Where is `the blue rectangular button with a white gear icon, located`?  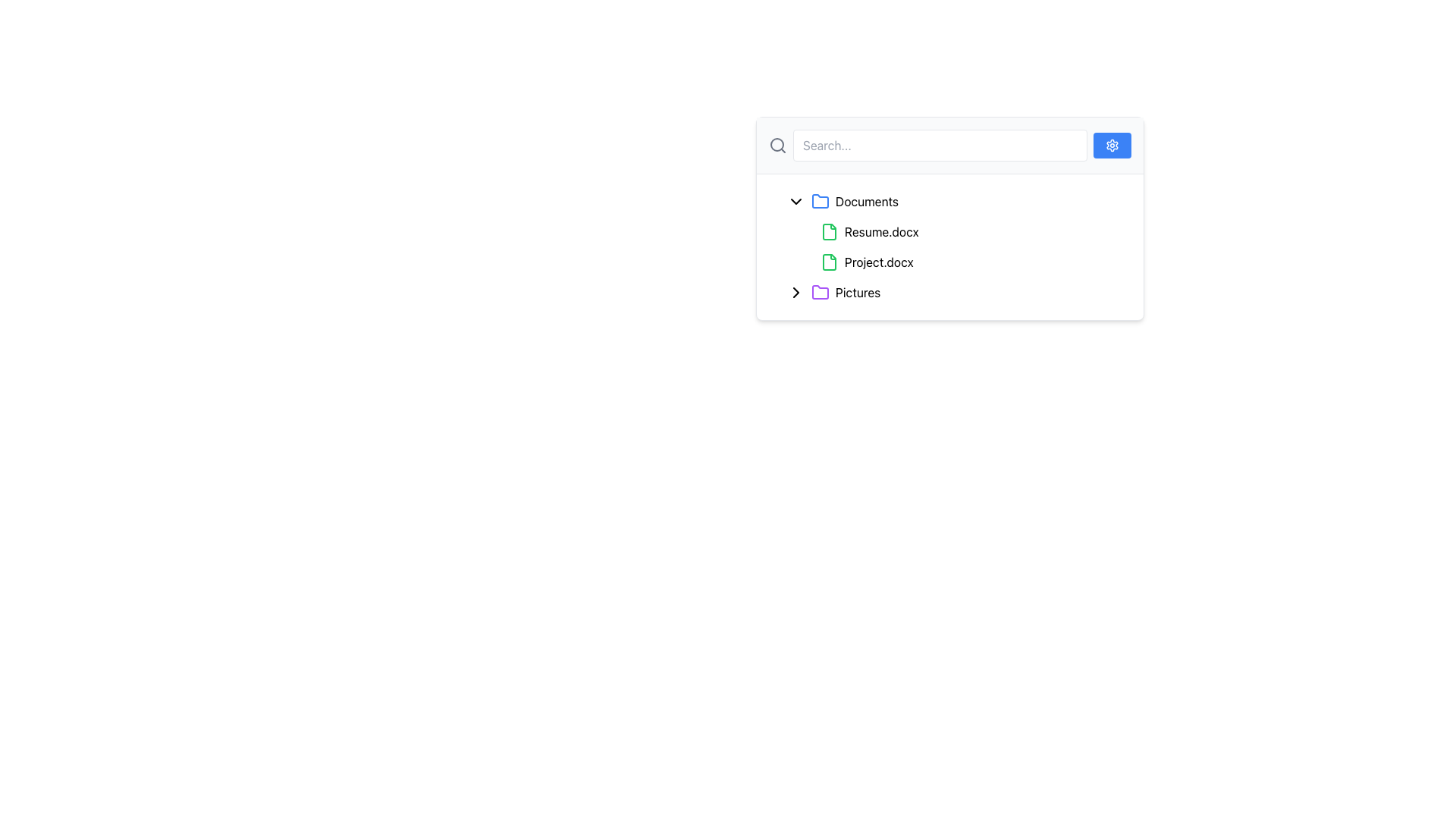 the blue rectangular button with a white gear icon, located is located at coordinates (1112, 146).